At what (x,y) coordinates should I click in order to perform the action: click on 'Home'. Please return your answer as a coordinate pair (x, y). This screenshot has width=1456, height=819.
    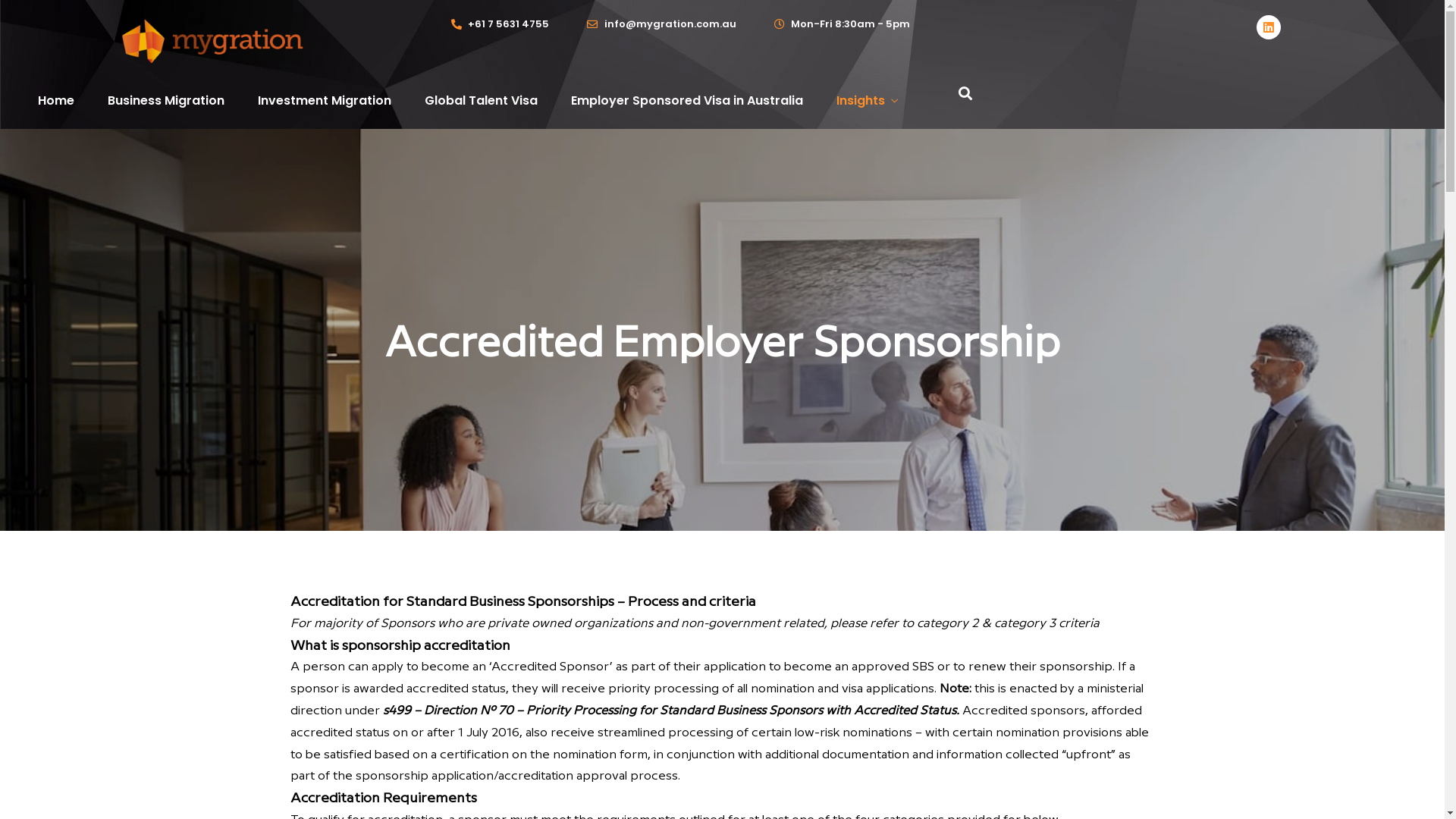
    Looking at the image, I should click on (55, 101).